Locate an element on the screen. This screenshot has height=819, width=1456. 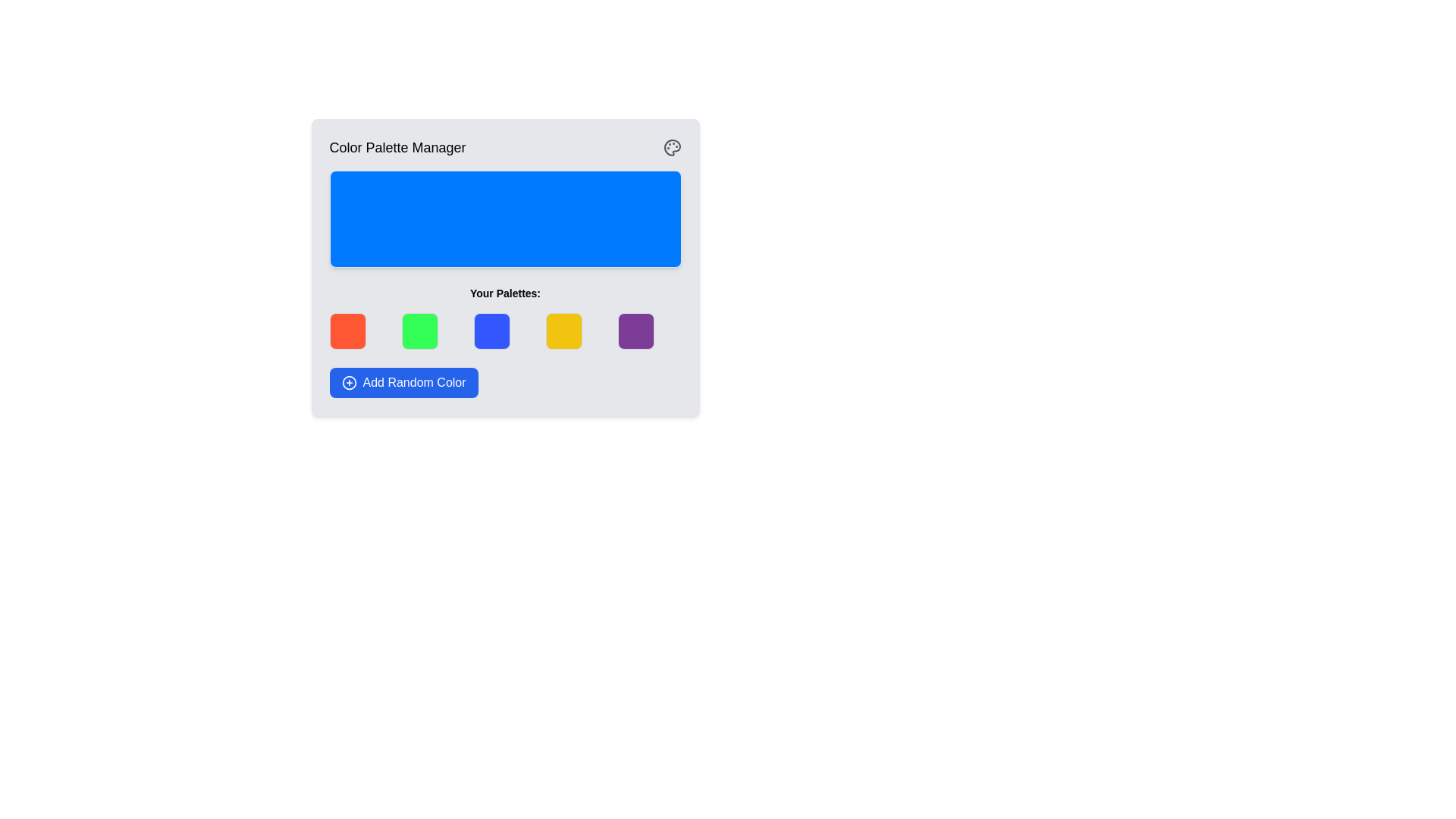
the purple color swatch with rounded corners and gray border located in the fifth position of the 'Your Palettes' section is located at coordinates (636, 330).